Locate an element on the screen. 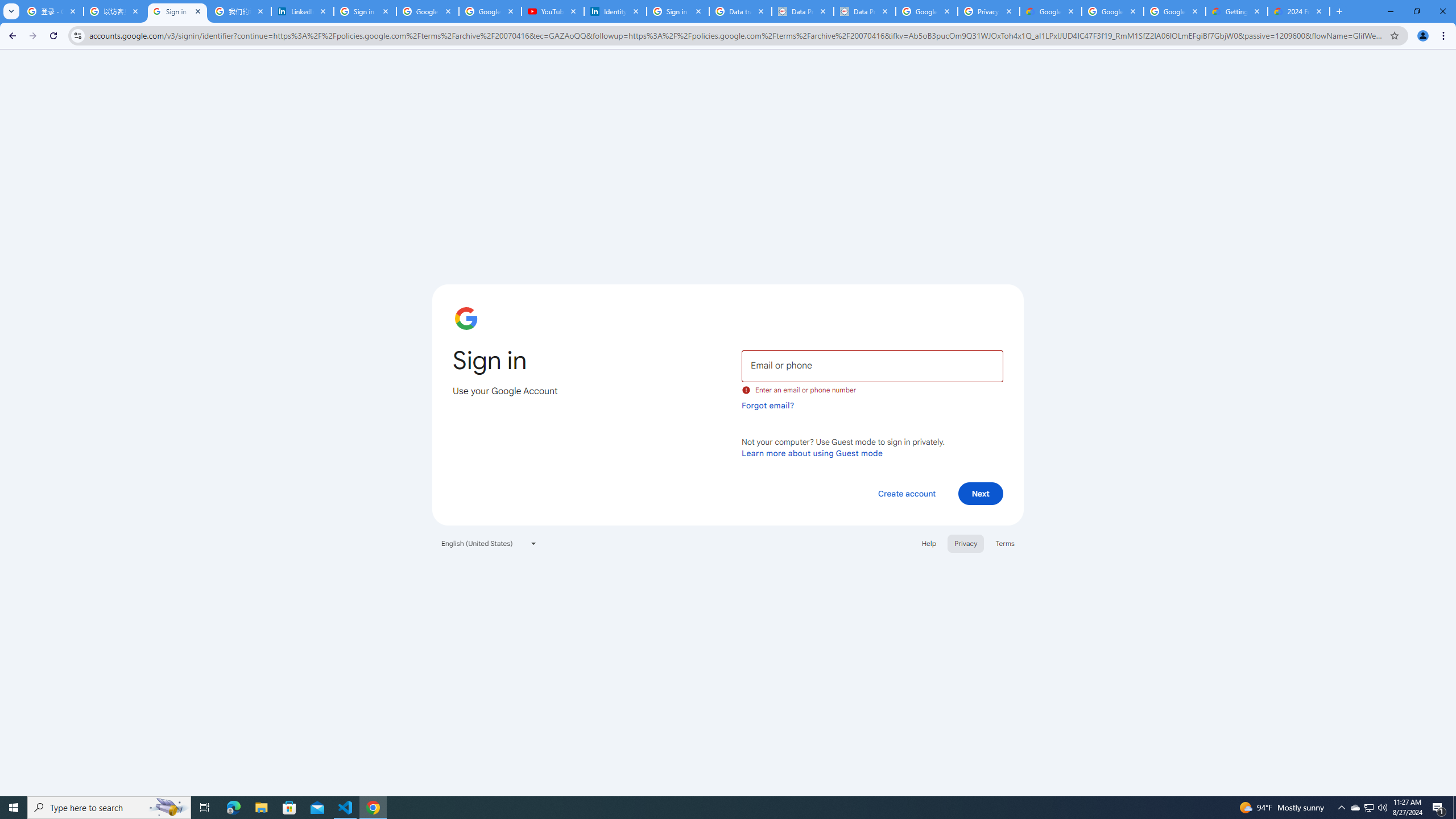  'Email or phone' is located at coordinates (871, 365).